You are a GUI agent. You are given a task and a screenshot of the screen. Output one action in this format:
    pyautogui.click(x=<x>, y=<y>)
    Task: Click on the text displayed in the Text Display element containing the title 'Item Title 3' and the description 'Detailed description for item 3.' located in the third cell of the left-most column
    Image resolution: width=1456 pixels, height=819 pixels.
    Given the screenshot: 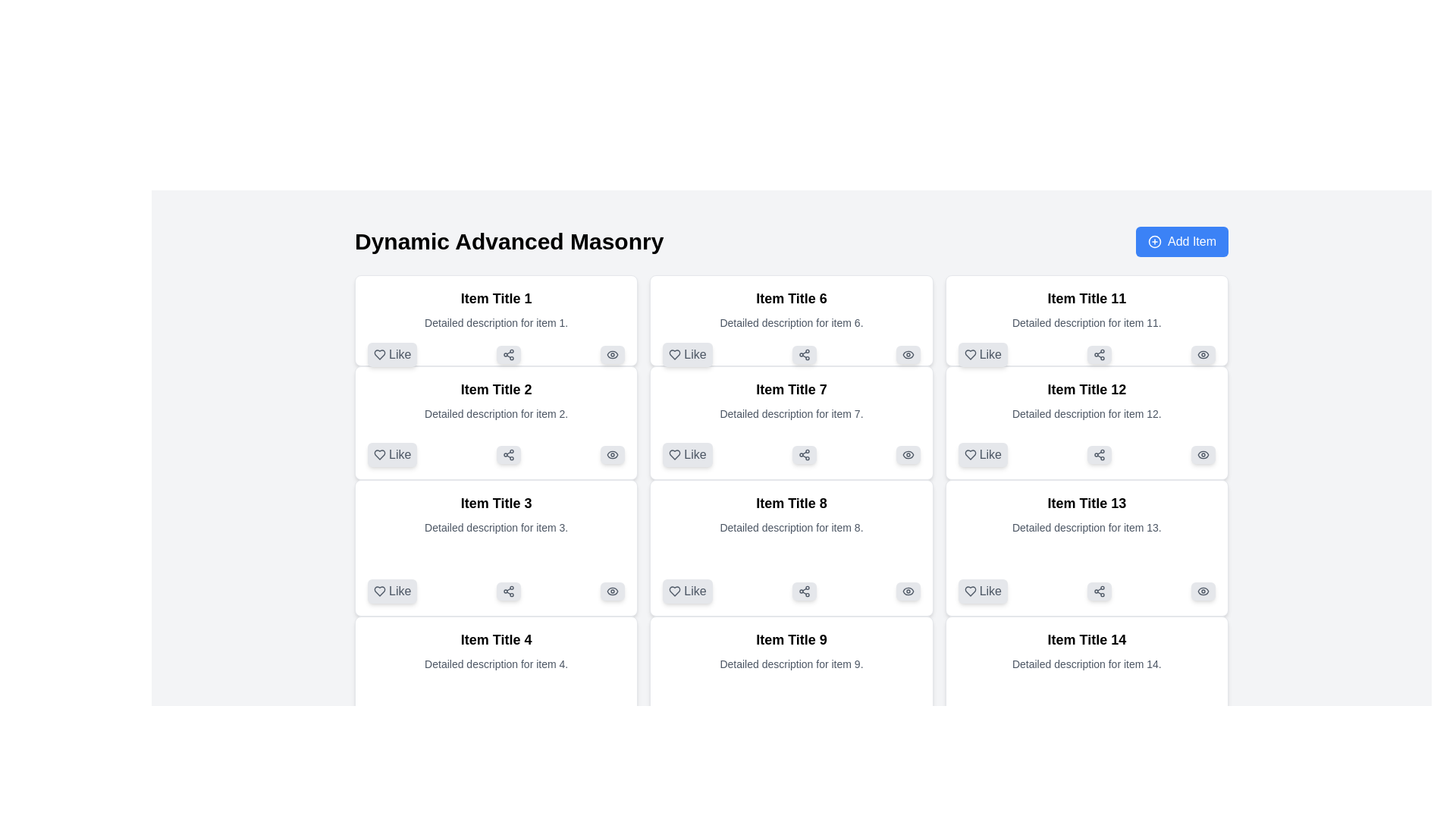 What is the action you would take?
    pyautogui.click(x=496, y=529)
    